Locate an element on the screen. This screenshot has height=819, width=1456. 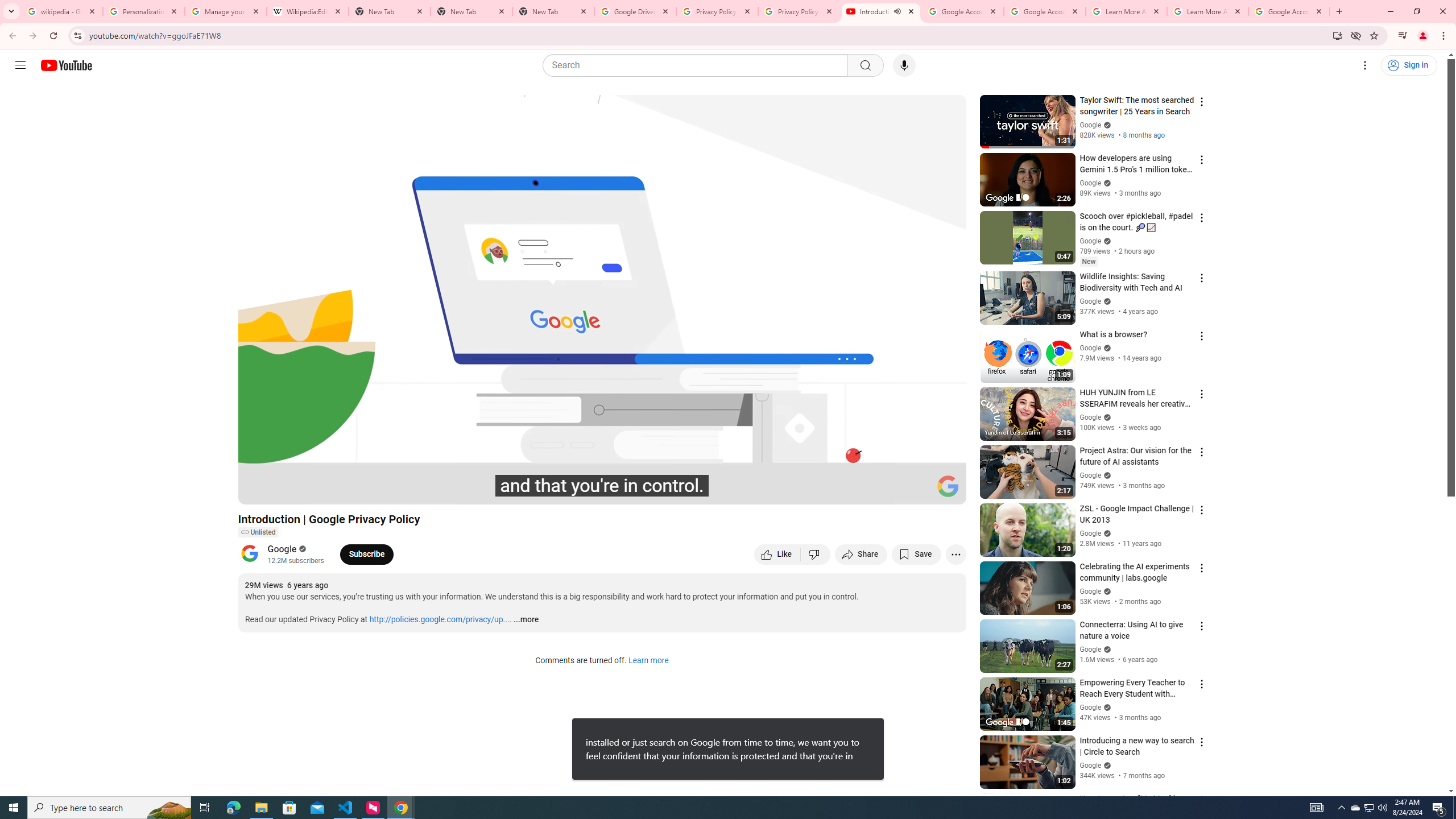
'...more' is located at coordinates (526, 619).